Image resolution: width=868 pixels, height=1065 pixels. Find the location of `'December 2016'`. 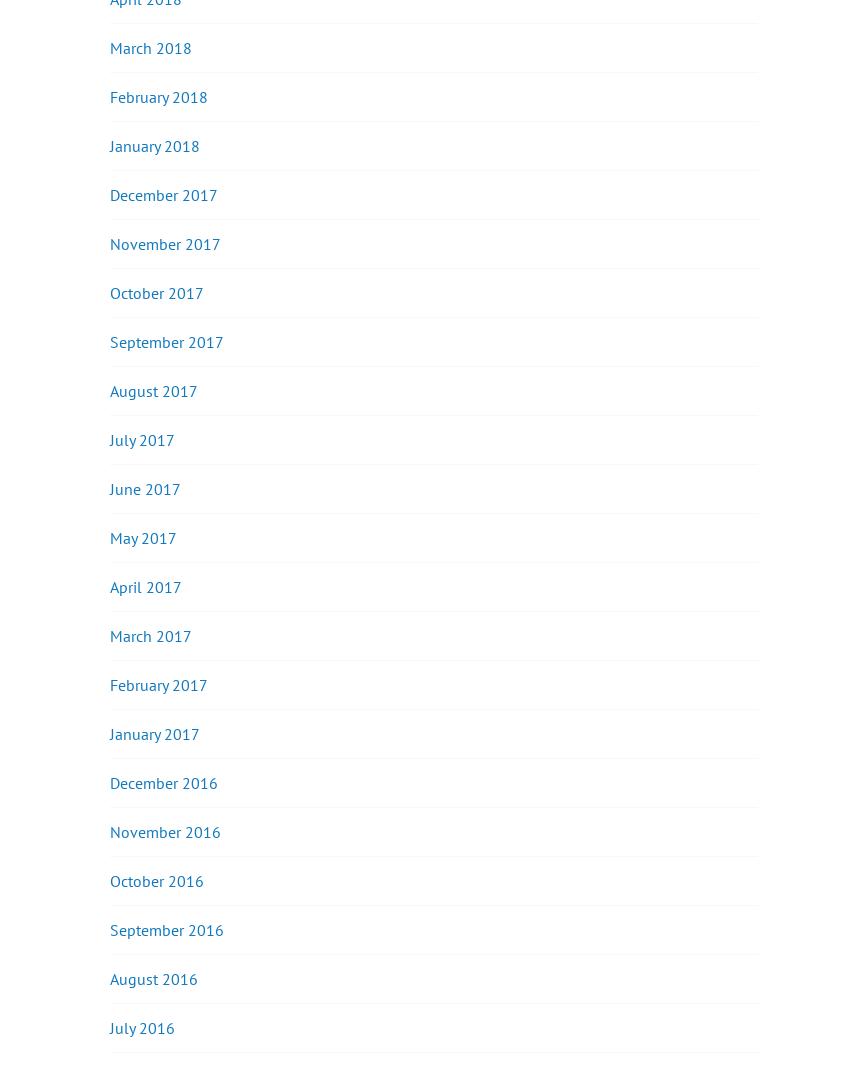

'December 2016' is located at coordinates (163, 782).